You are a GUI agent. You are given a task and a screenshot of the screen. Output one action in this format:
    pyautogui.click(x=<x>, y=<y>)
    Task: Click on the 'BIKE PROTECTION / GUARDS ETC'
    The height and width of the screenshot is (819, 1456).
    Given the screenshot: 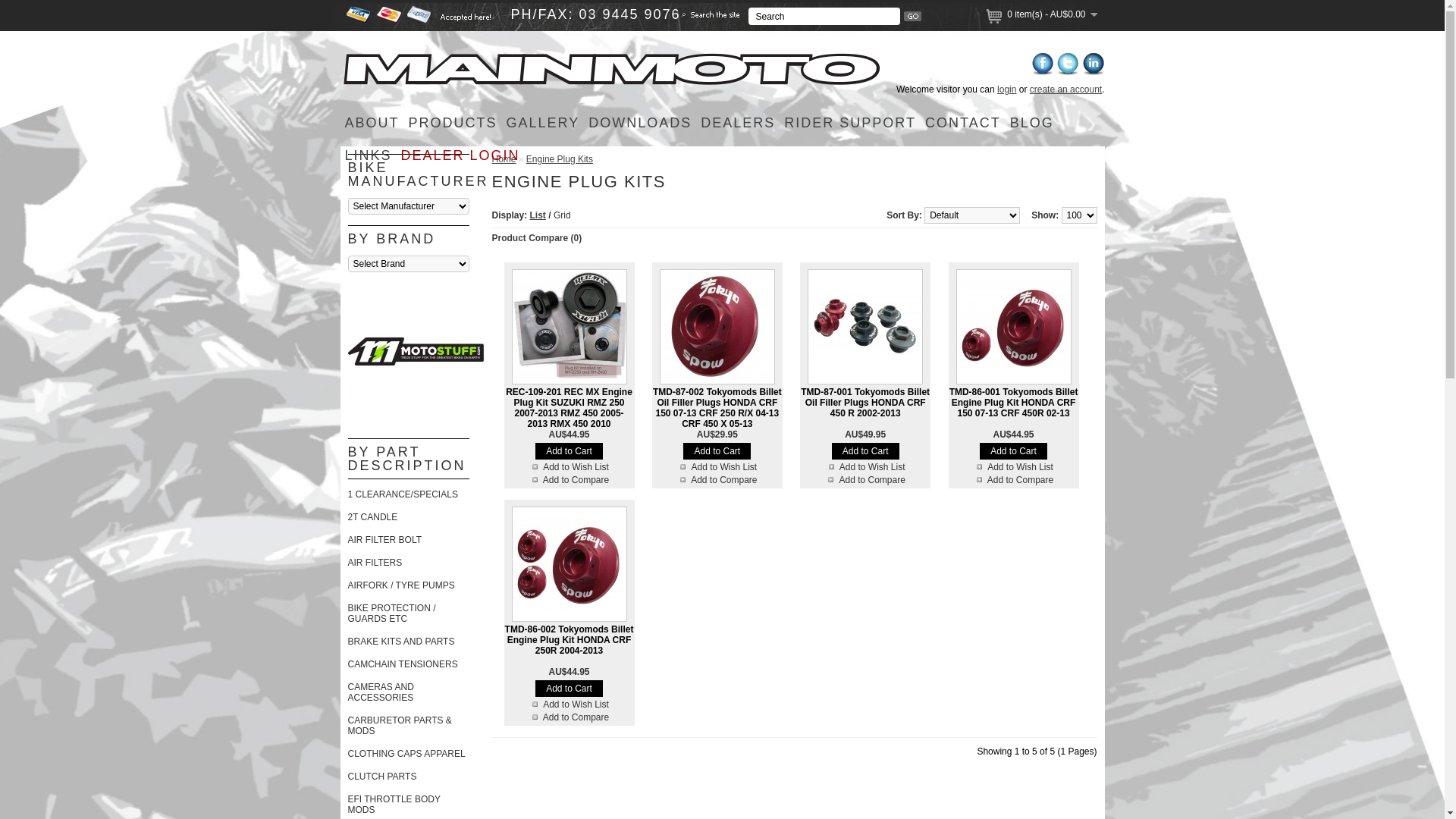 What is the action you would take?
    pyautogui.click(x=391, y=613)
    